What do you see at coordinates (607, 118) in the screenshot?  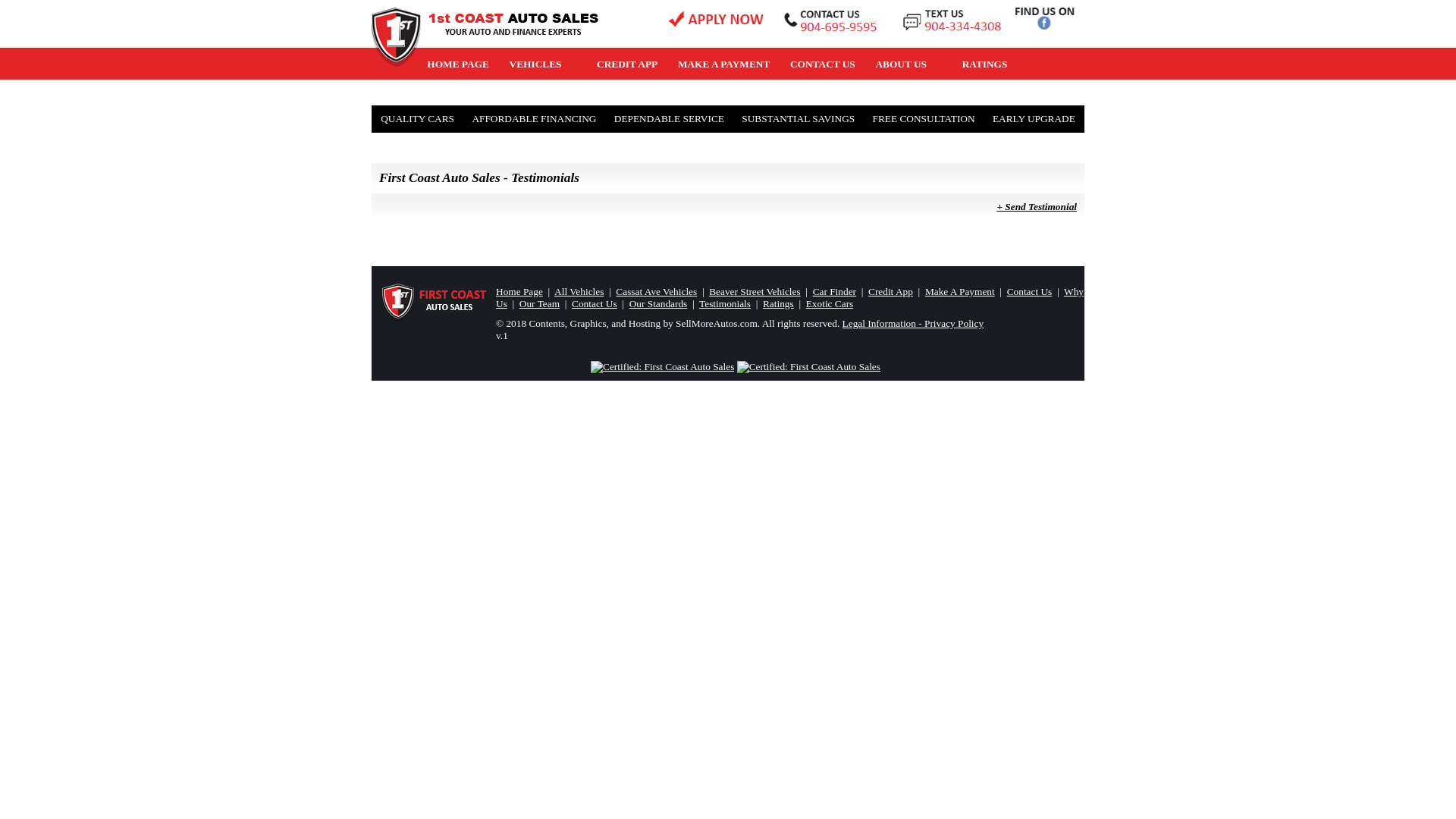 I see `'DEPENDABLE SERVICE'` at bounding box center [607, 118].